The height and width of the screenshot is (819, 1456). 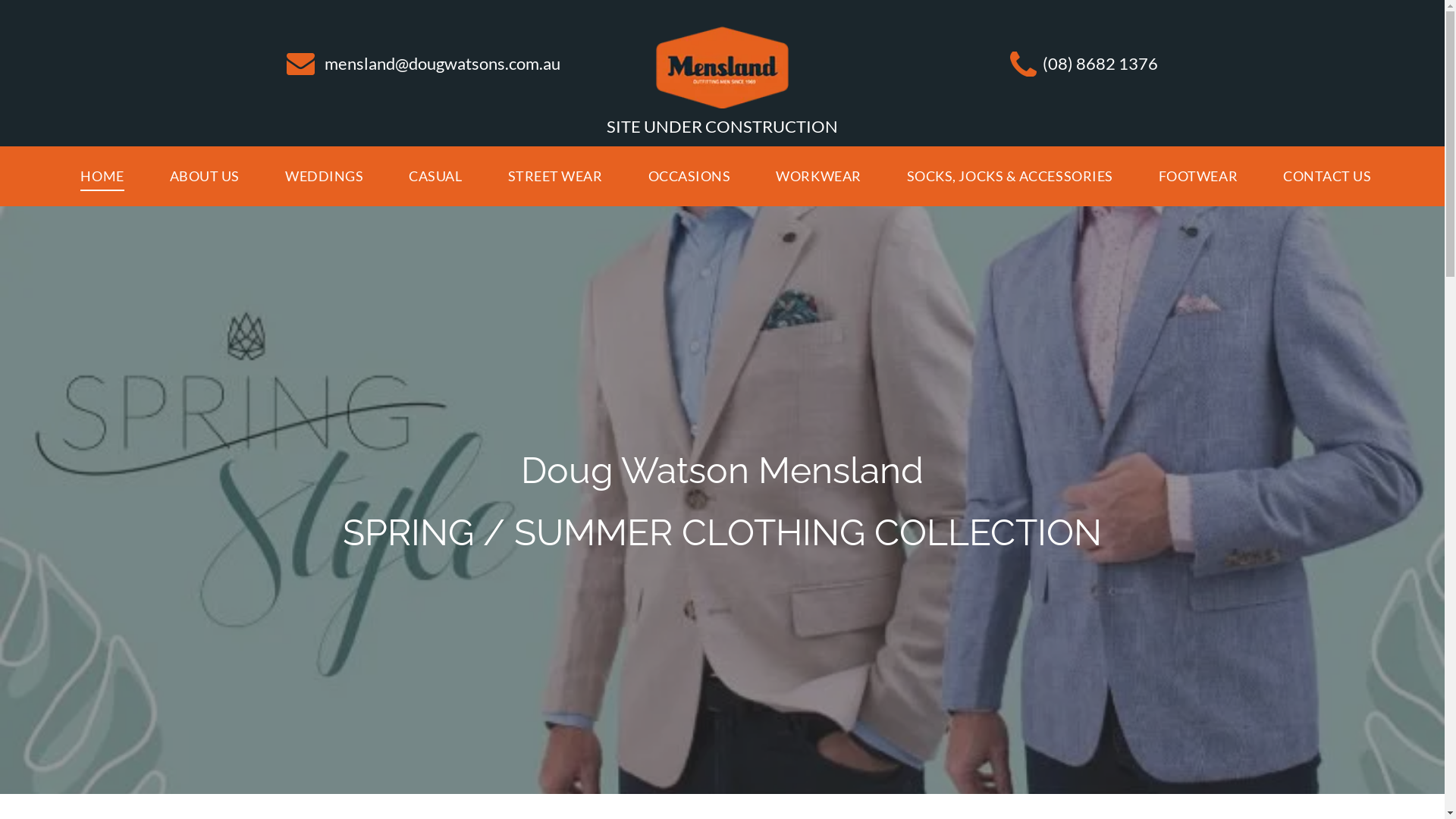 I want to click on 'CONTACT US', so click(x=1260, y=175).